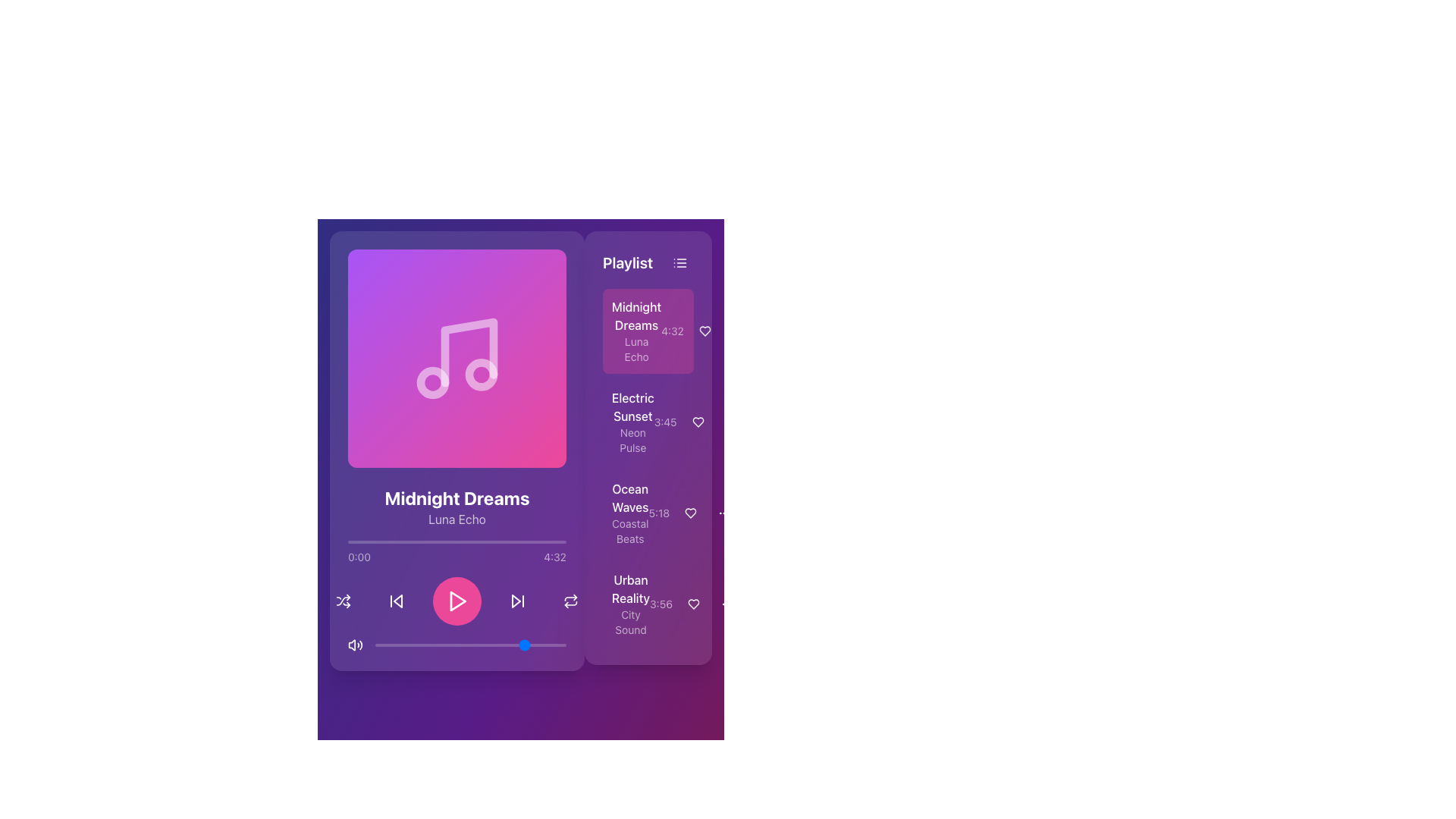 Image resolution: width=1456 pixels, height=819 pixels. I want to click on playback position, so click(490, 541).